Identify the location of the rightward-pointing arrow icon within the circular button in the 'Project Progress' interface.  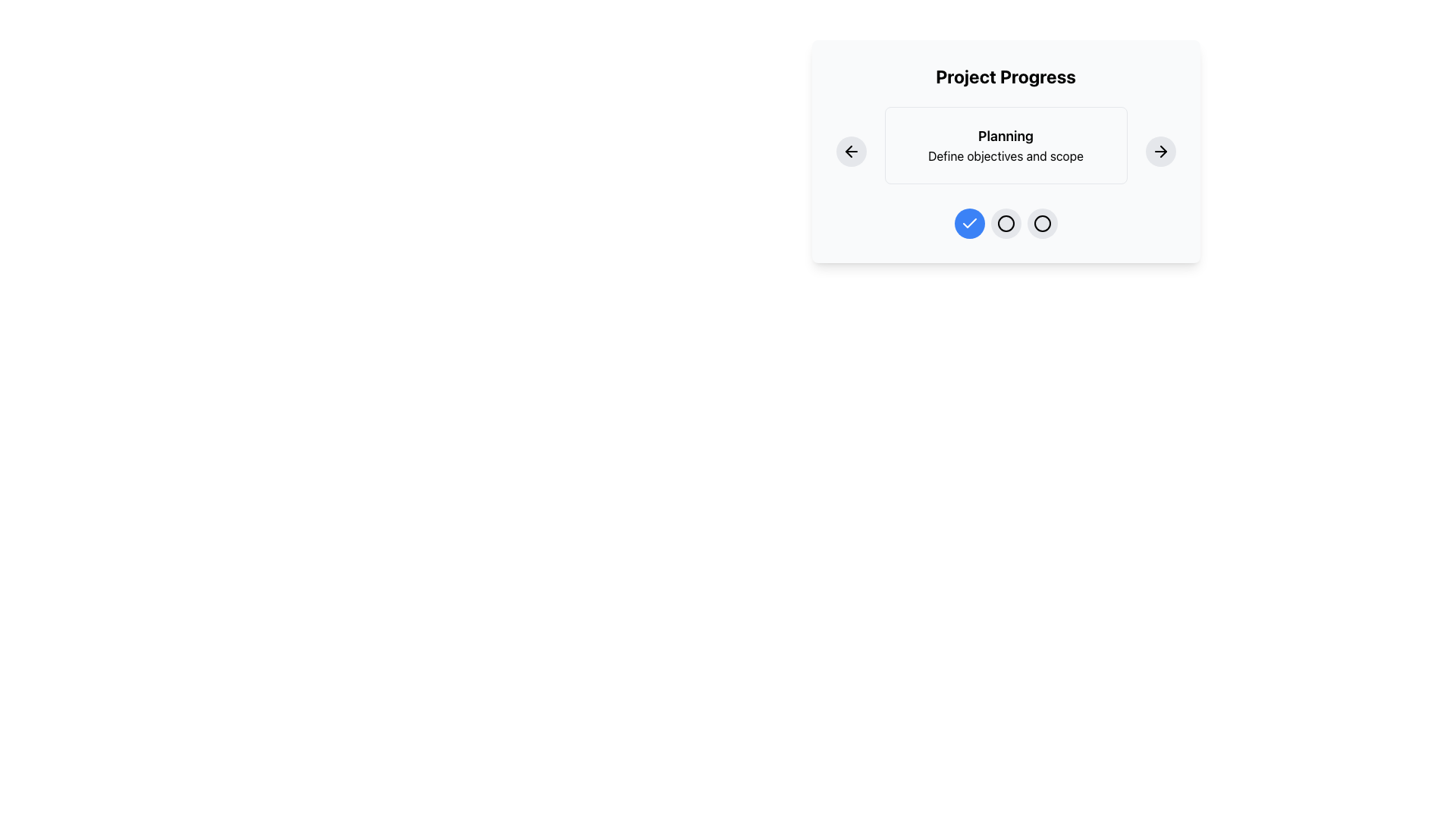
(1159, 152).